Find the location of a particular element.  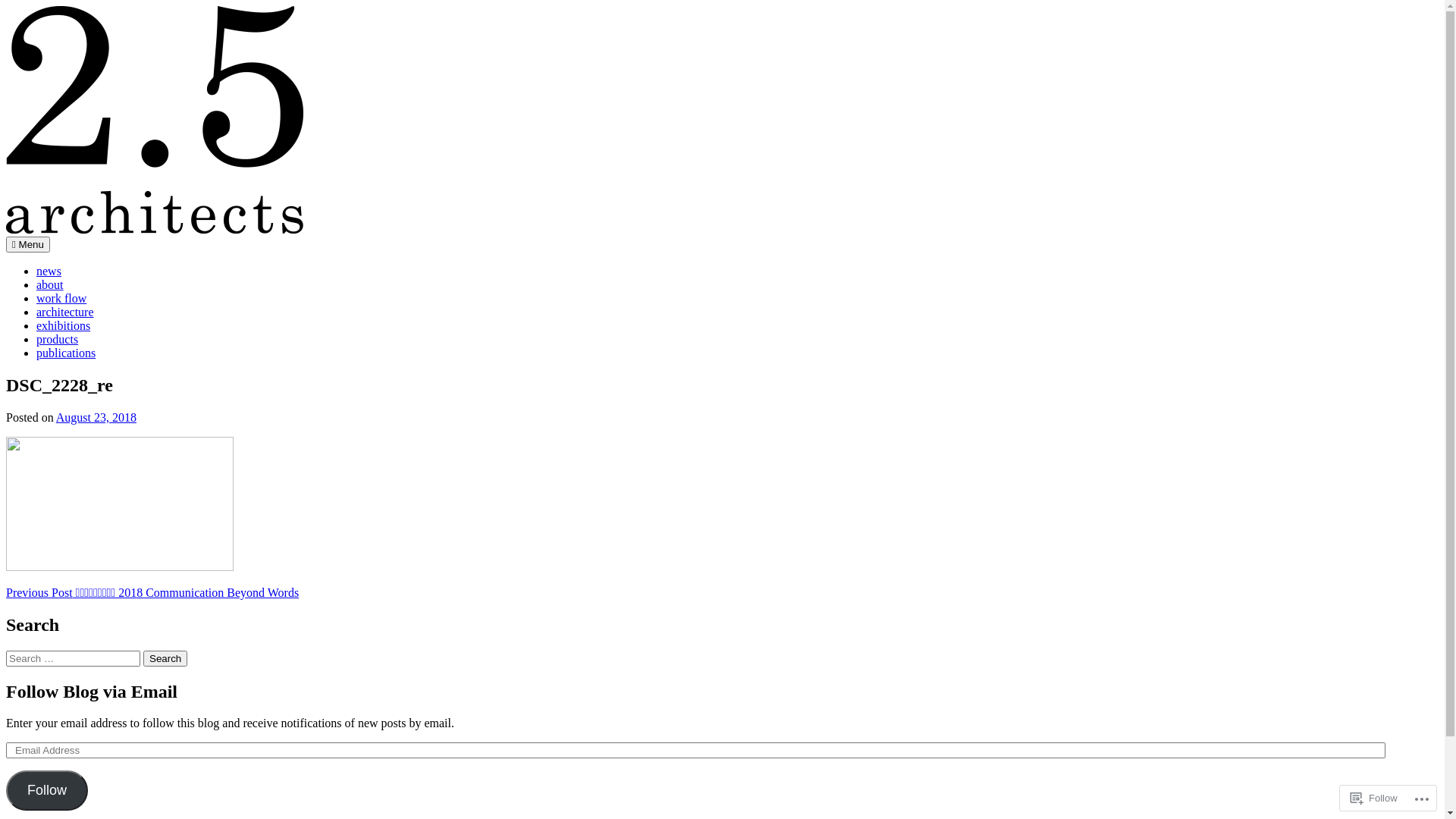

'architecture' is located at coordinates (64, 311).